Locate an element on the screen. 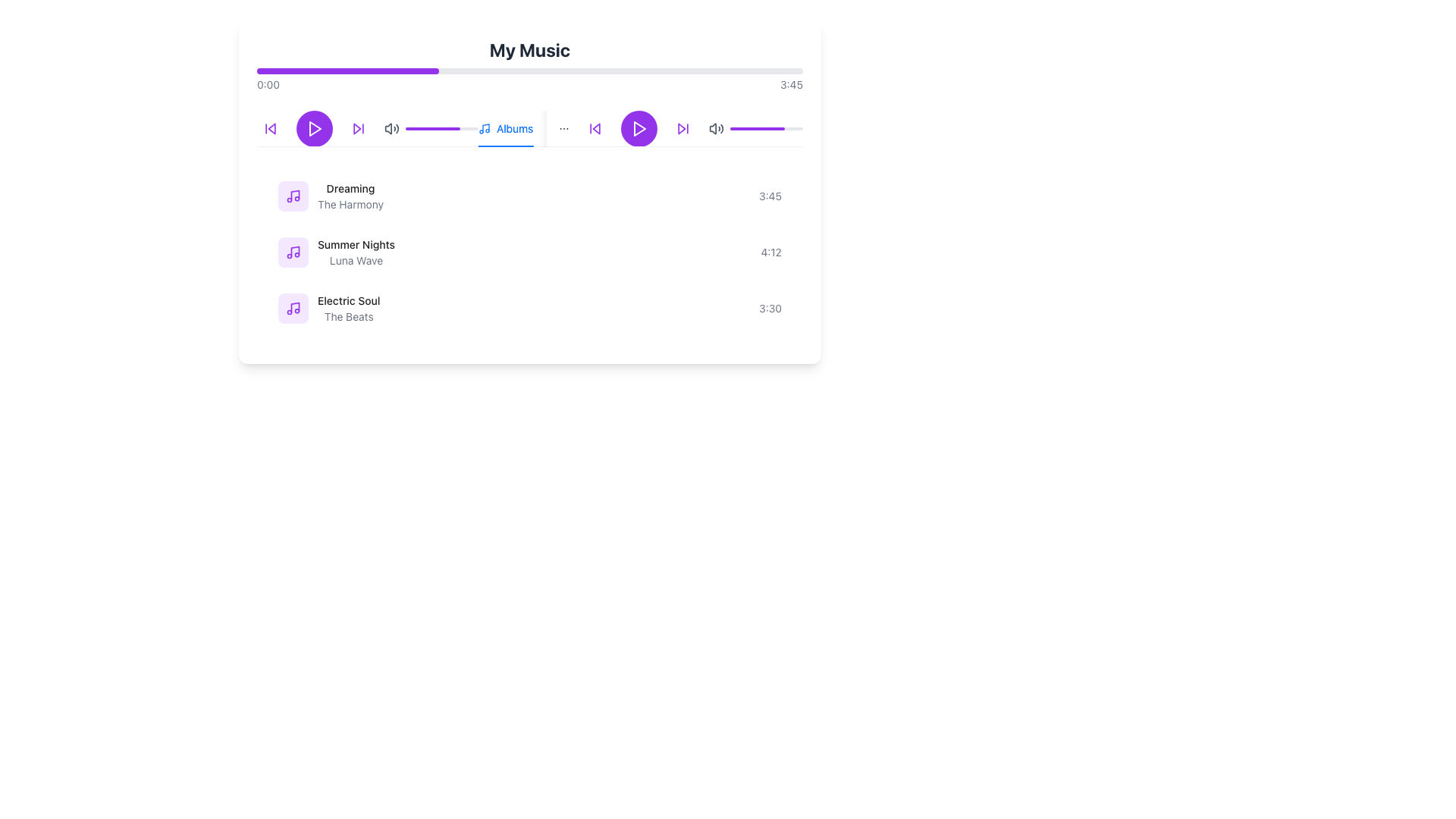 The width and height of the screenshot is (1456, 819). text element styled in a smaller gray font, reading '4:12', located in the second row of the song list, far right aligned with 'Summer Nights' and 'Luna Wave' is located at coordinates (771, 251).